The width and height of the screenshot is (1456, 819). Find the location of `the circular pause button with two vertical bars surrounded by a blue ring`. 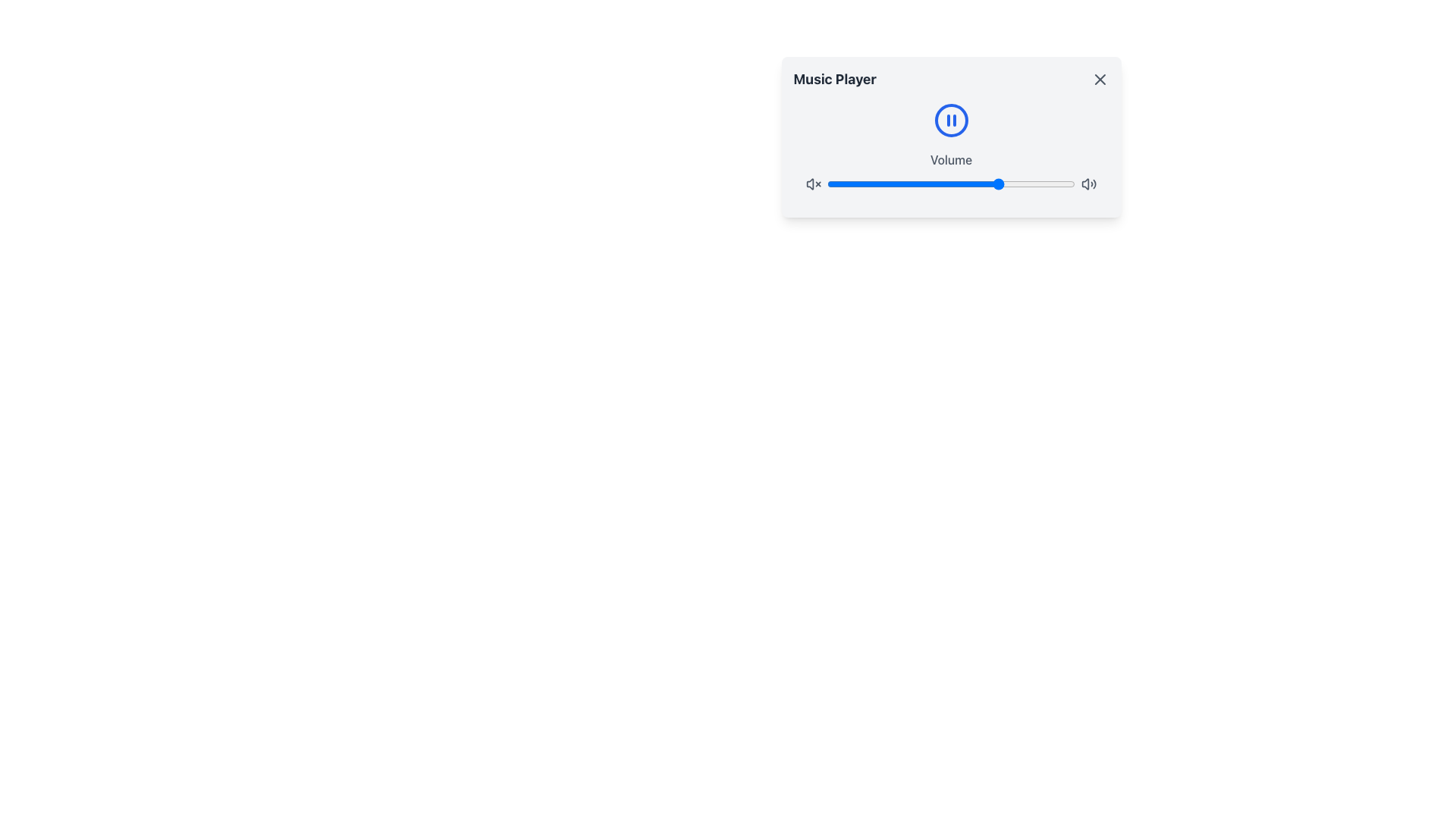

the circular pause button with two vertical bars surrounded by a blue ring is located at coordinates (950, 119).